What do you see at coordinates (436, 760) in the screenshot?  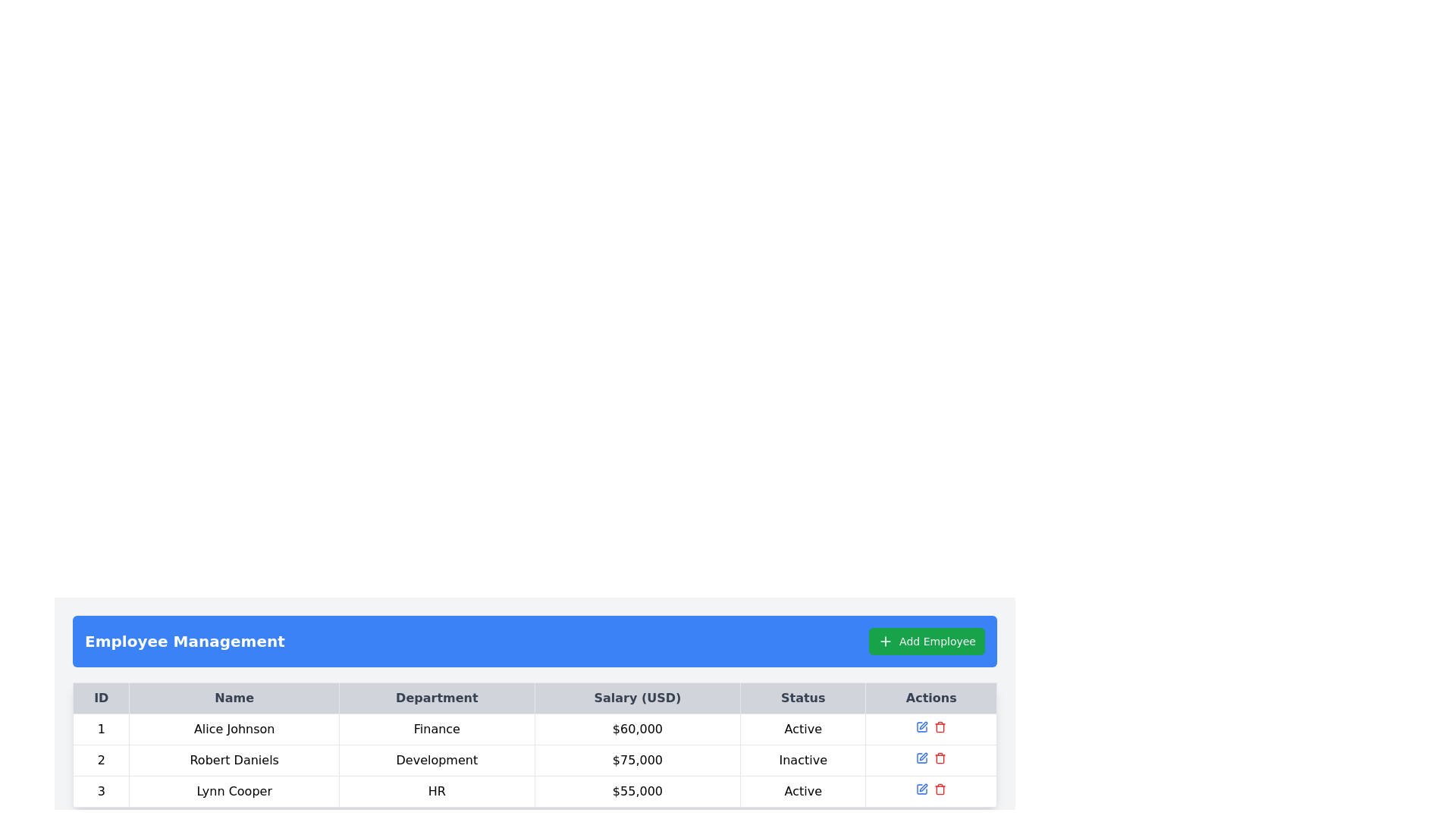 I see `the non-interactive text display that shows the department of 'Robert Daniels' in the table` at bounding box center [436, 760].